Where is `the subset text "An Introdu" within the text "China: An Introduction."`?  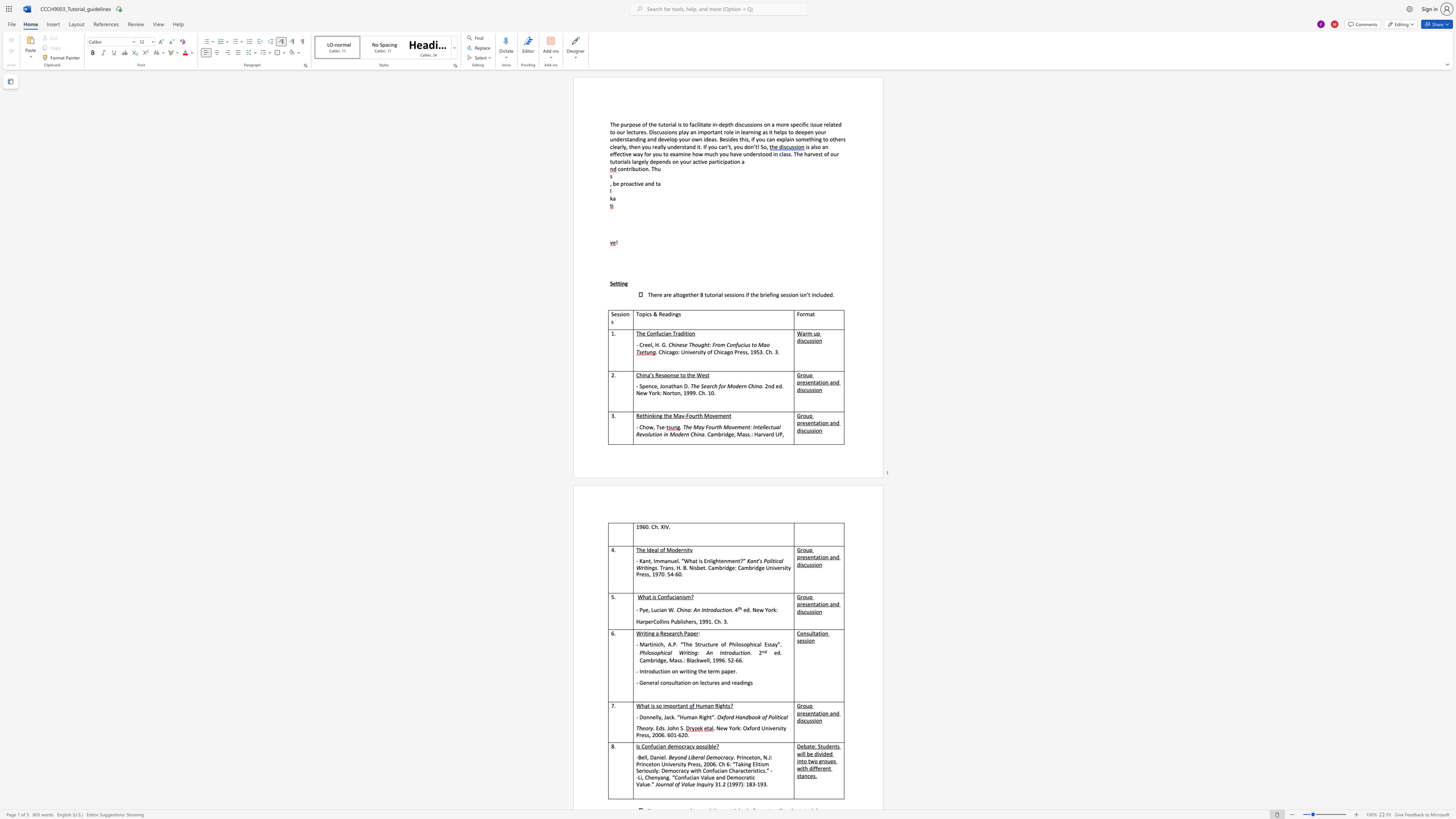 the subset text "An Introdu" within the text "China: An Introduction." is located at coordinates (694, 610).